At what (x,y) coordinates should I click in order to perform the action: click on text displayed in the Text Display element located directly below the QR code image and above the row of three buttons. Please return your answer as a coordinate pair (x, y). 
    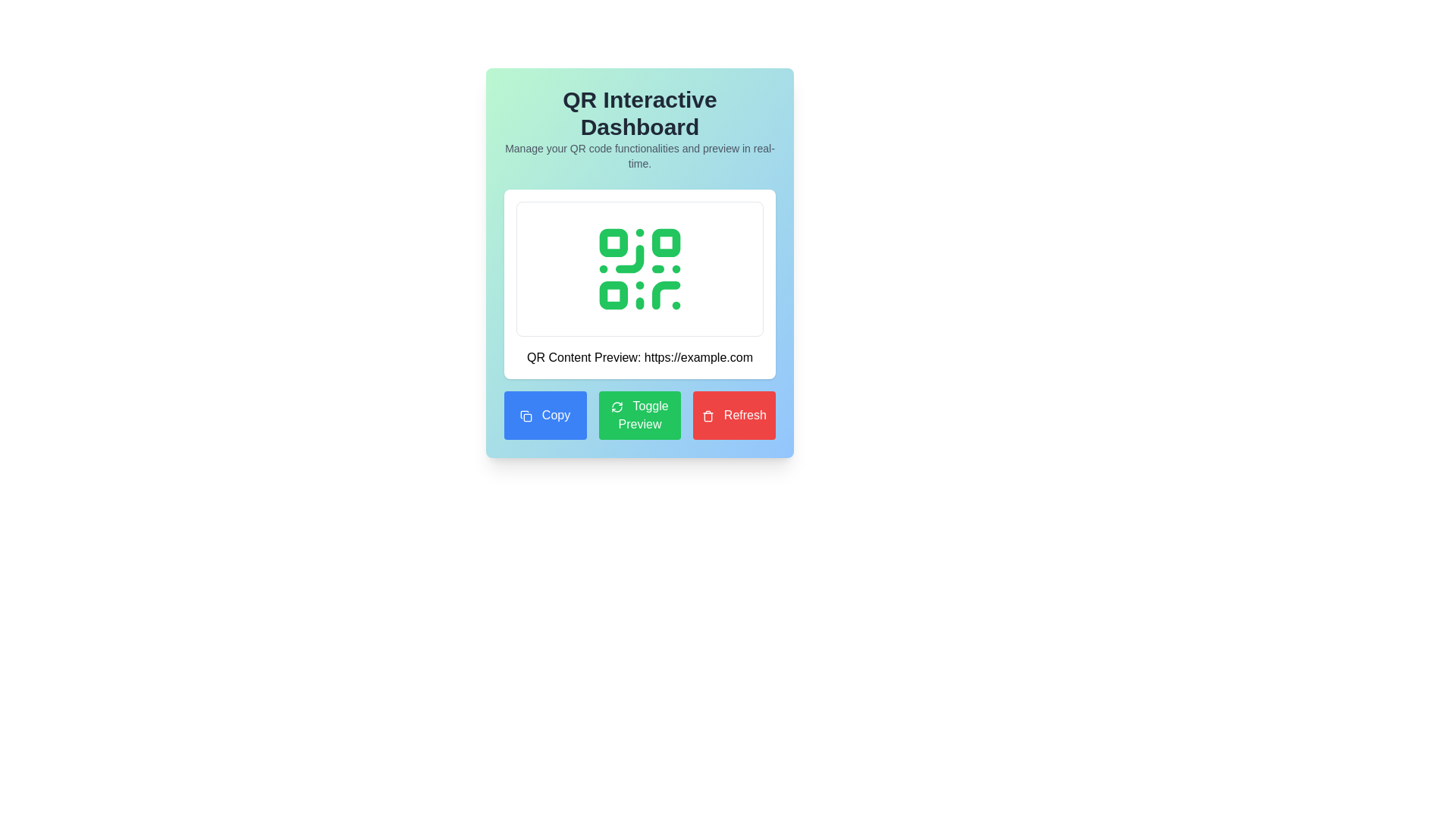
    Looking at the image, I should click on (640, 357).